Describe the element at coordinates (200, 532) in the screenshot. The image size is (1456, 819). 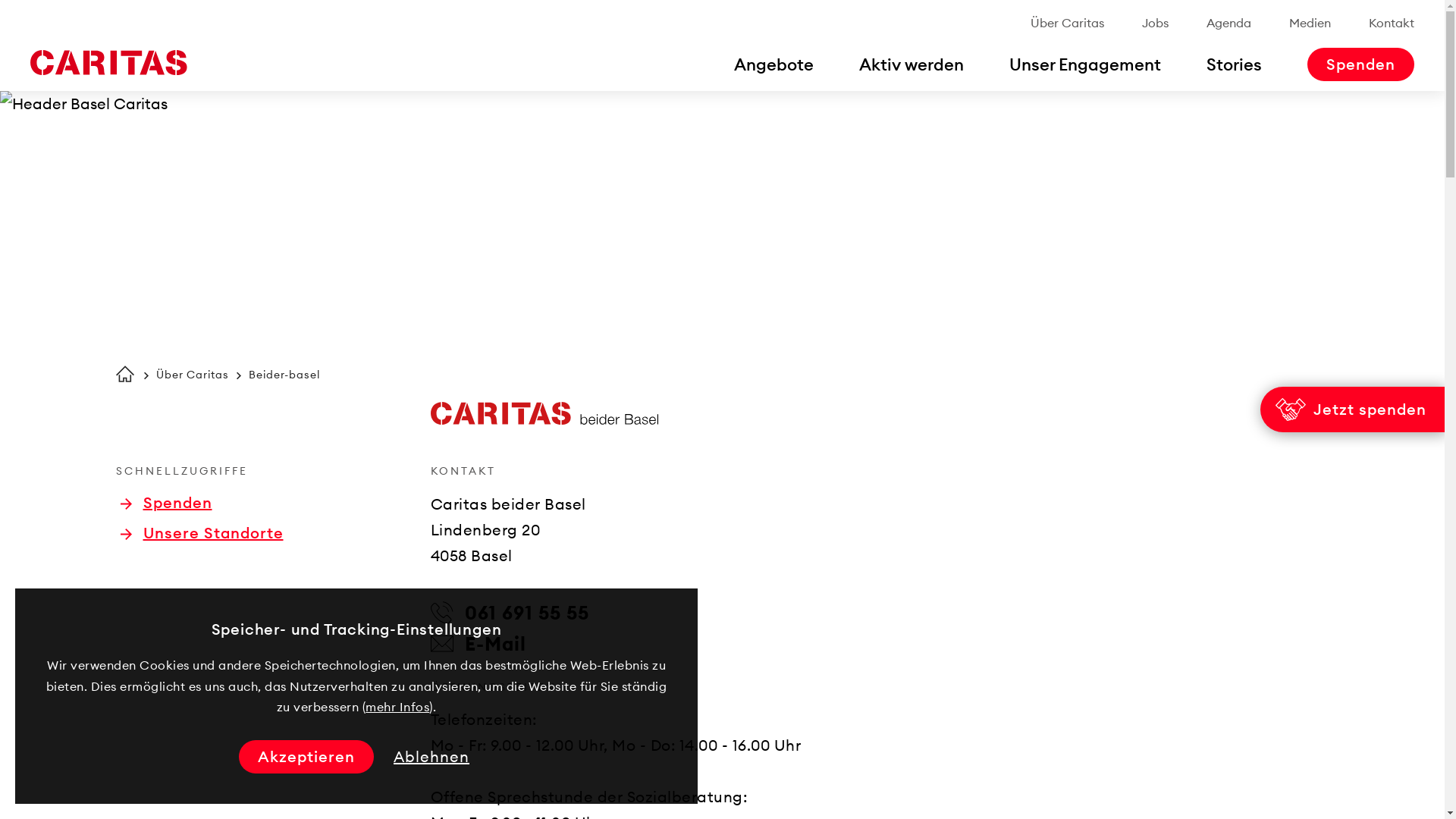
I see `'Unsere Standorte'` at that location.